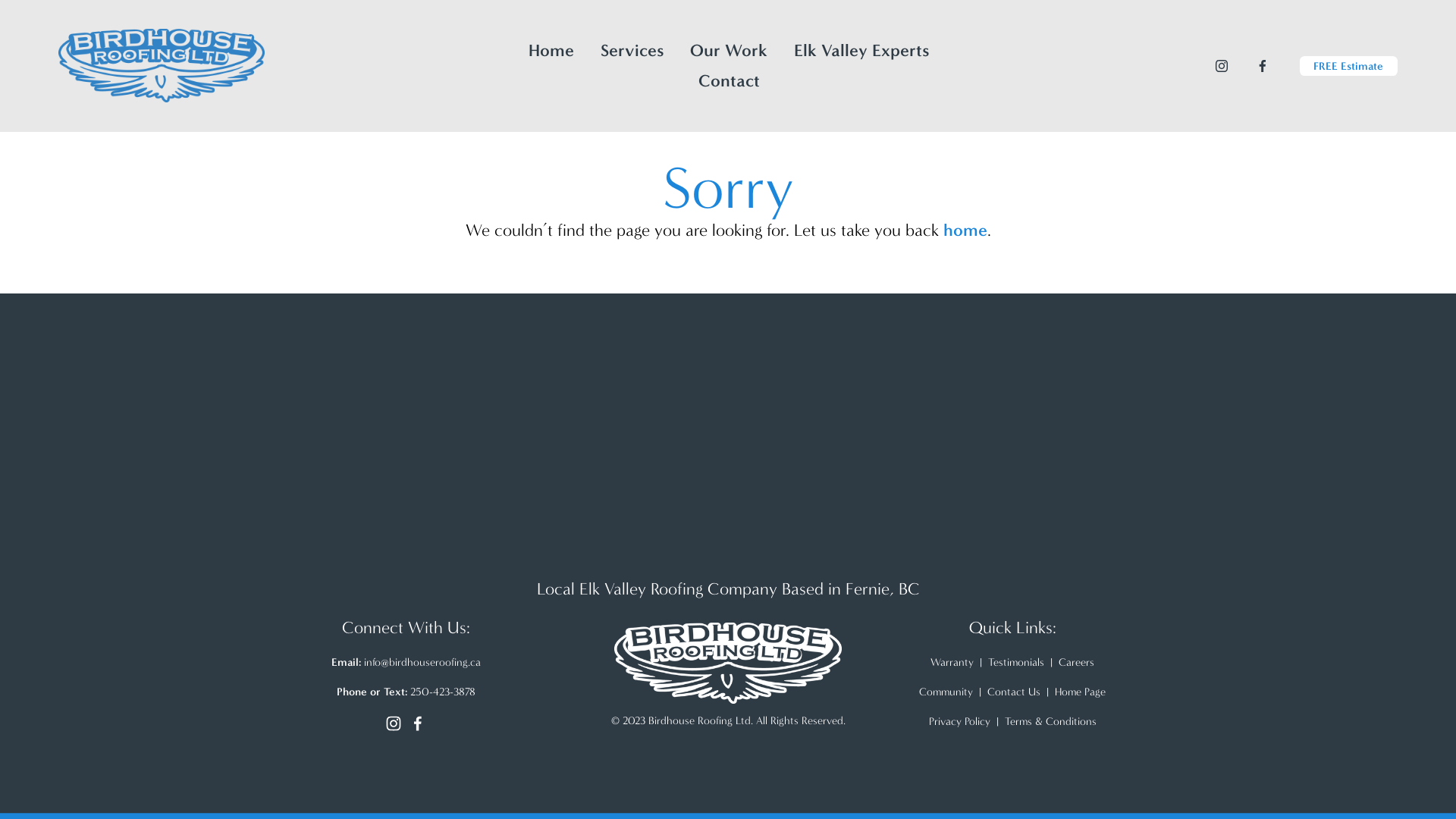 This screenshot has height=819, width=1456. I want to click on 'Our Work', so click(689, 49).